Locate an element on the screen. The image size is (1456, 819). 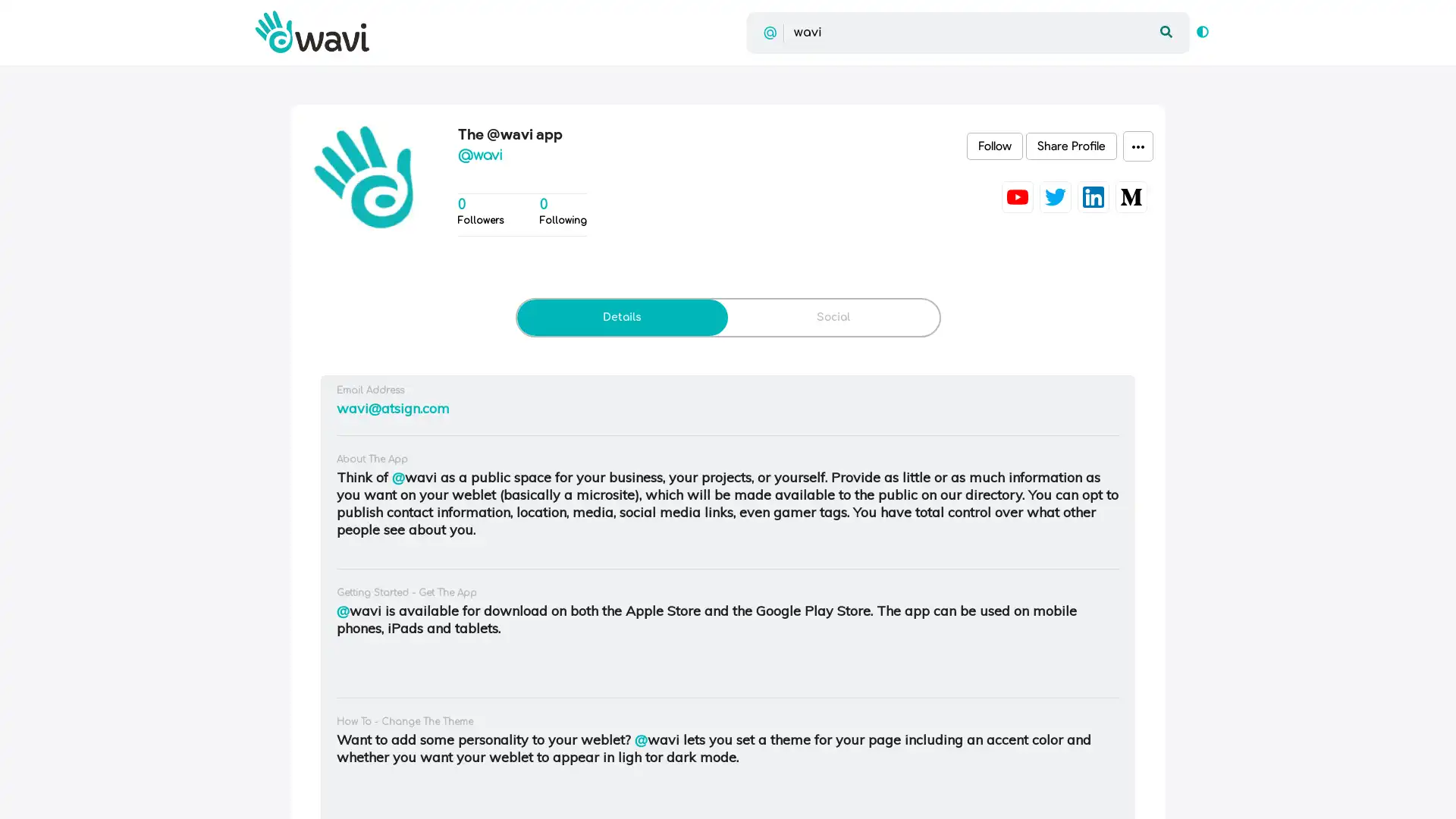
go to top of page is located at coordinates (1426, 789).